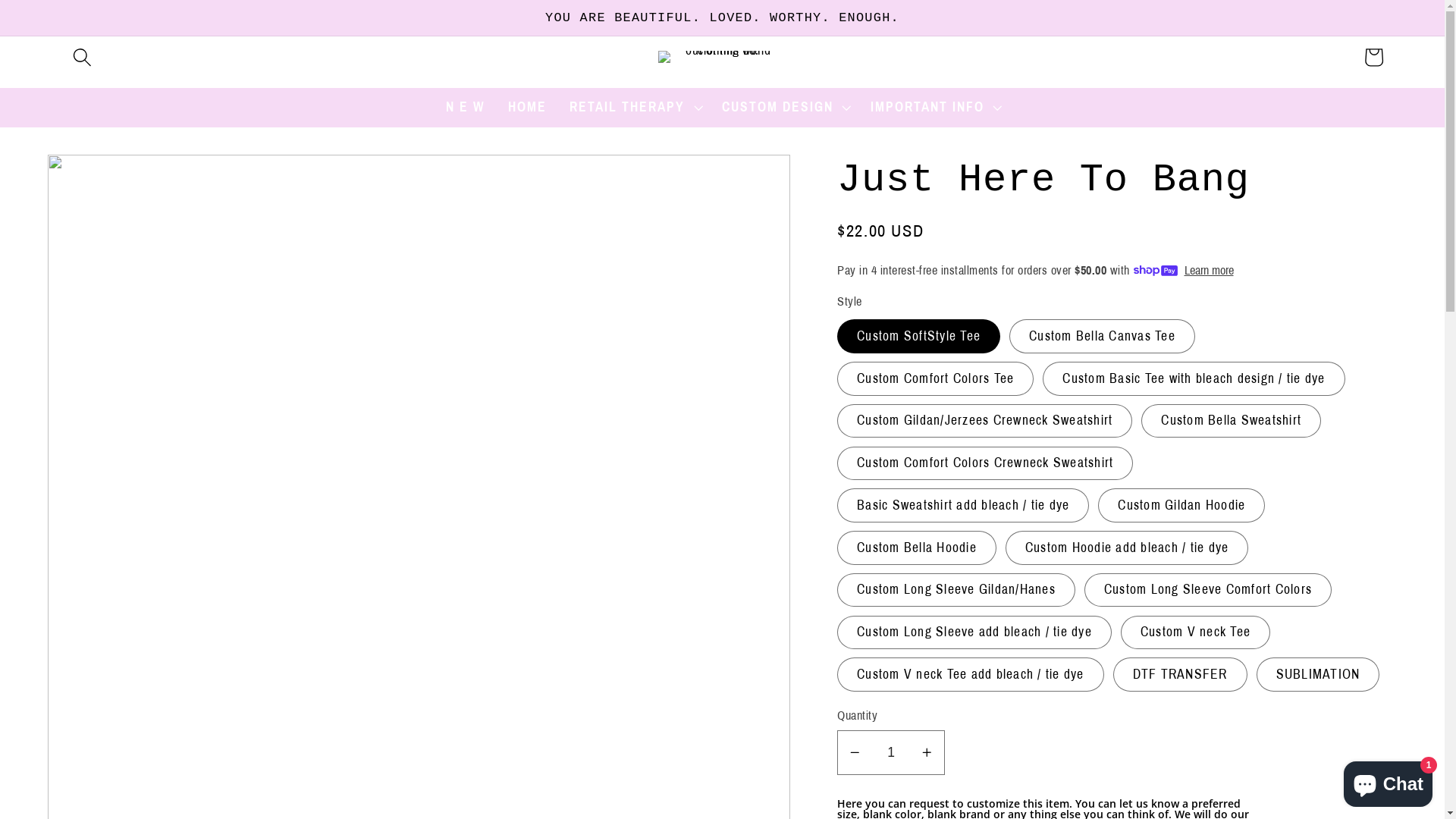 The height and width of the screenshot is (819, 1456). Describe the element at coordinates (1373, 56) in the screenshot. I see `'Cart'` at that location.